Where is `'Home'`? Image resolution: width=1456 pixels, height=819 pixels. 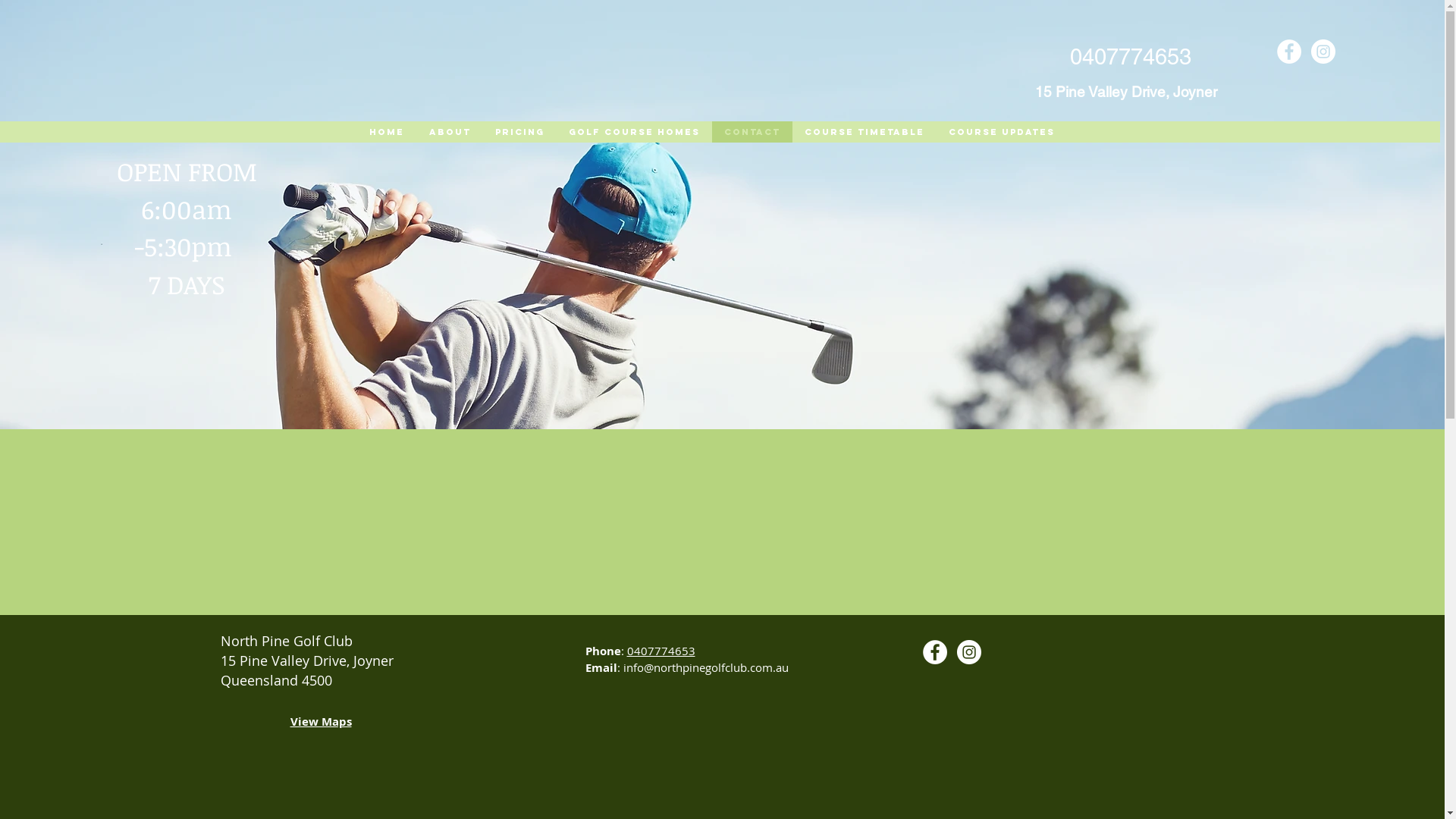 'Home' is located at coordinates (385, 130).